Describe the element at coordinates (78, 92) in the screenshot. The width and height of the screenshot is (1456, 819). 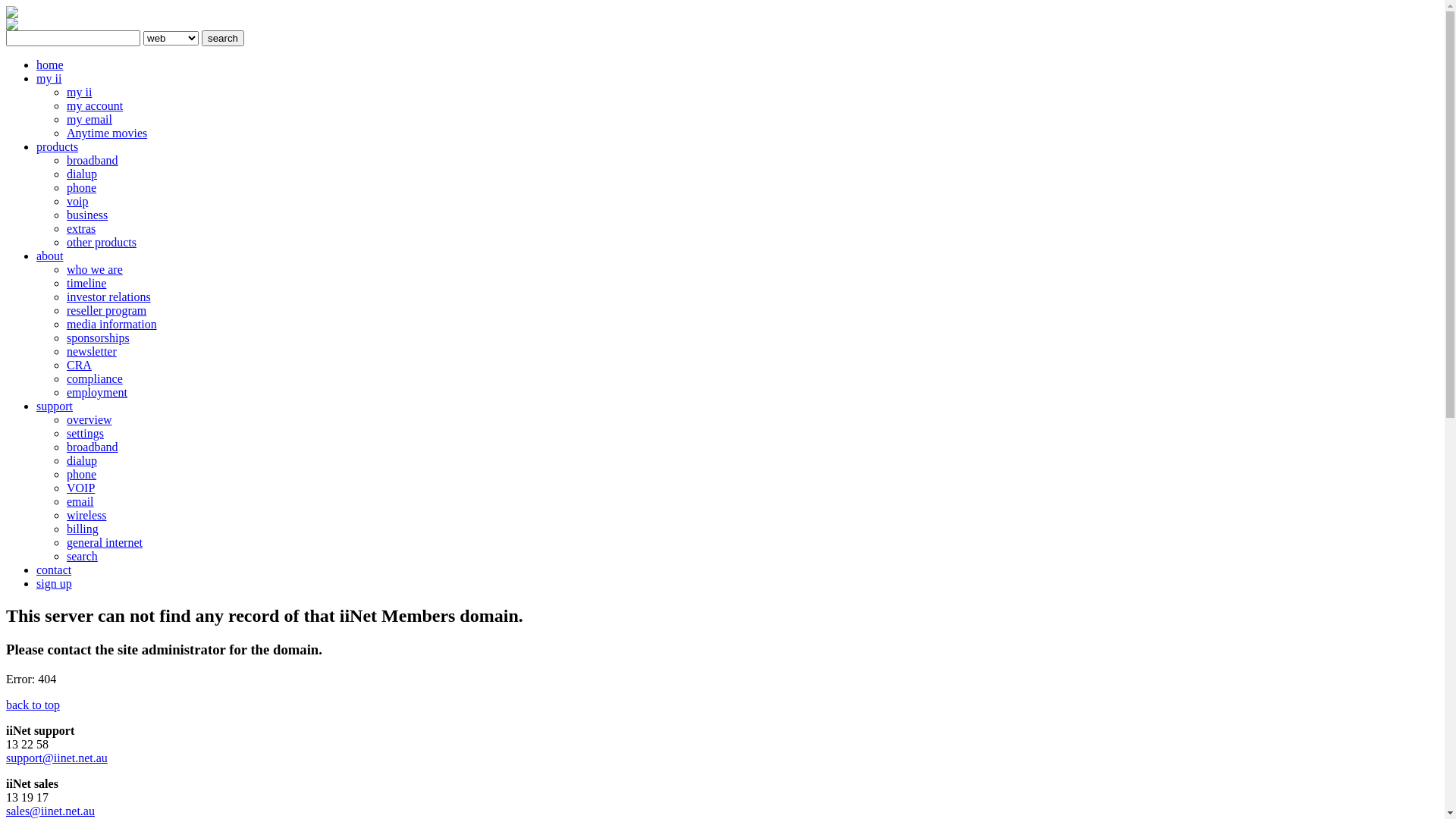
I see `'my ii'` at that location.